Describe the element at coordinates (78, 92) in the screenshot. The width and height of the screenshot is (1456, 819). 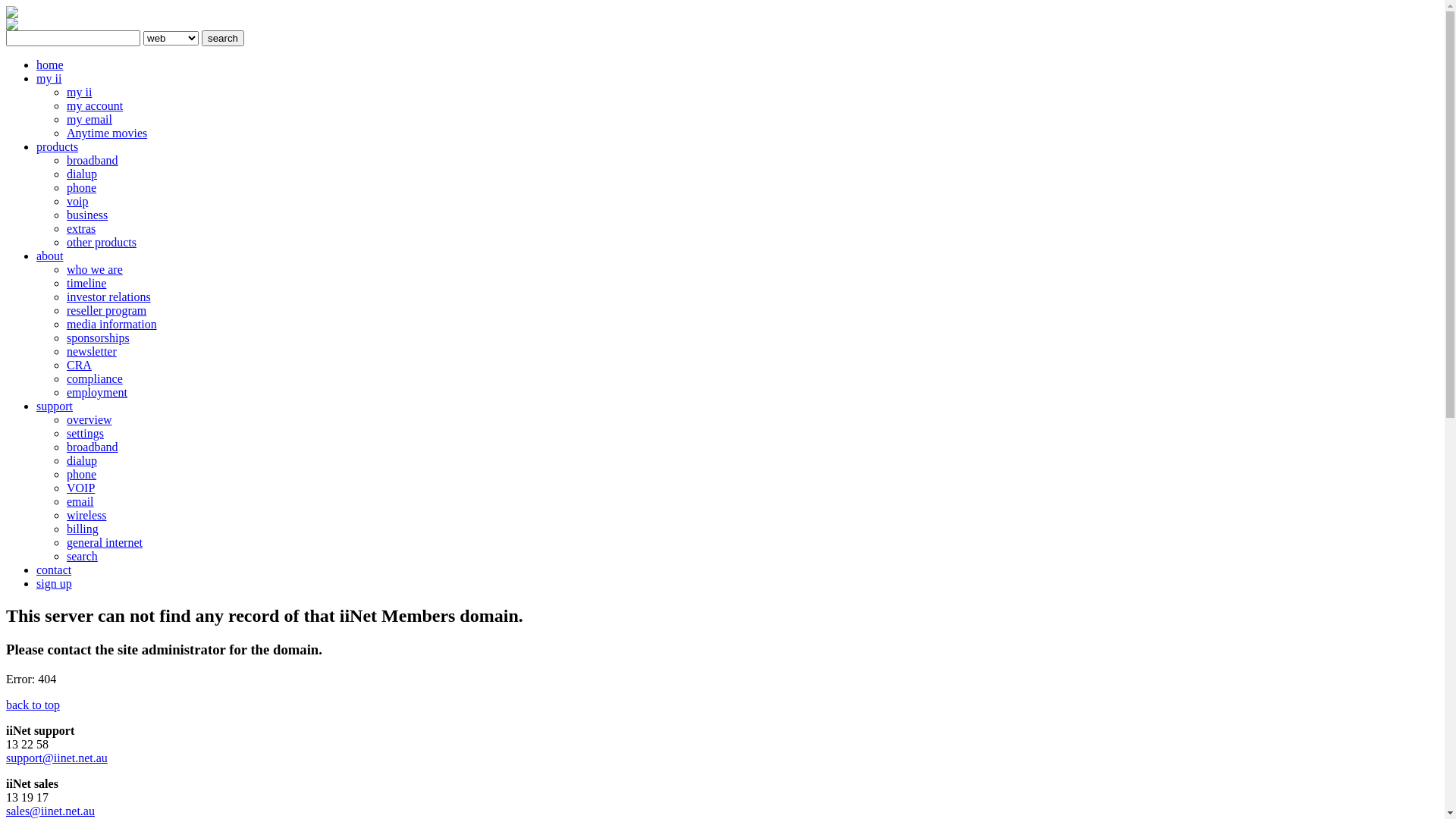
I see `'my ii'` at that location.